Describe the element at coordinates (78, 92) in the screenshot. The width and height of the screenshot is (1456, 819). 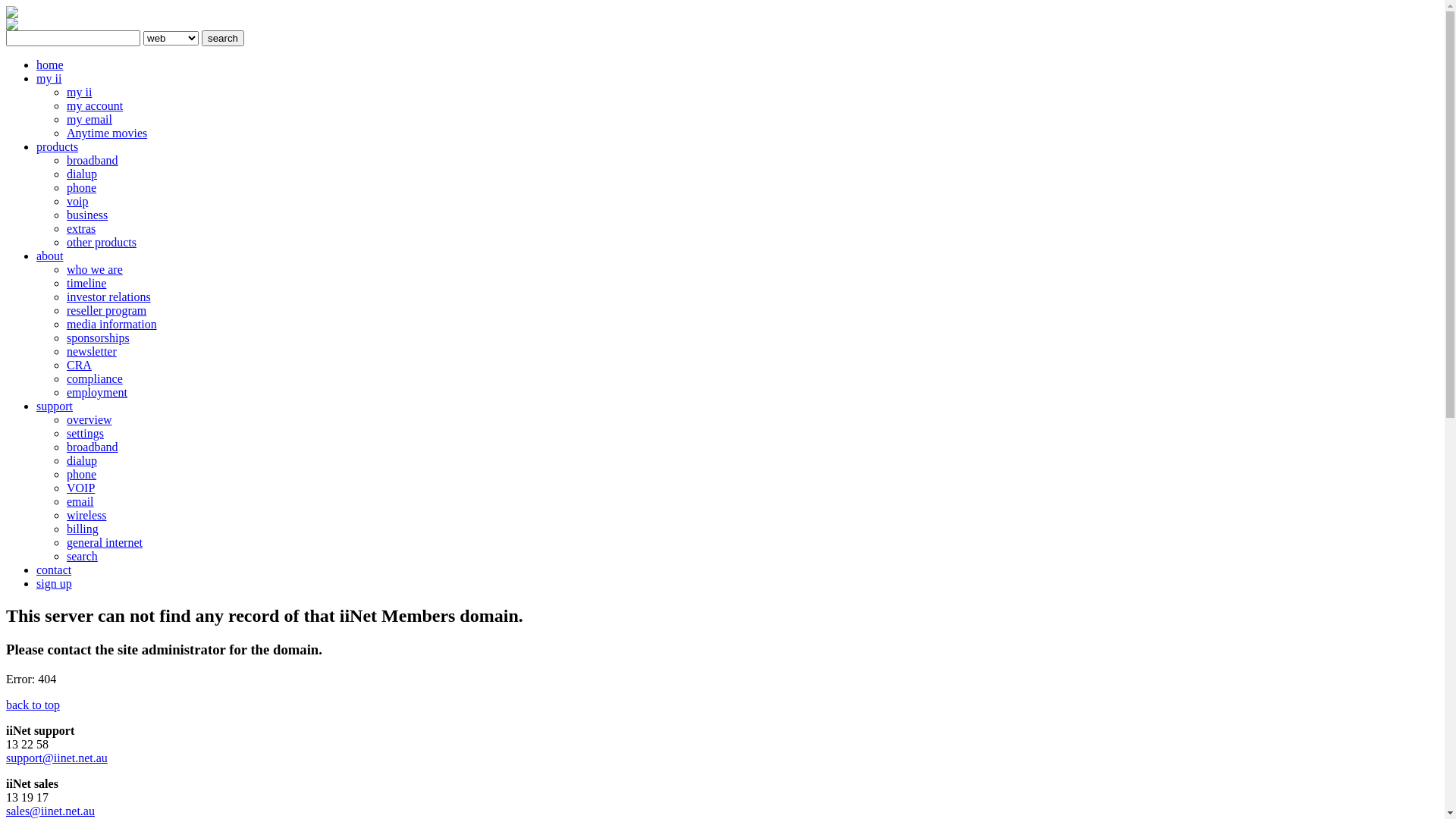
I see `'my ii'` at that location.